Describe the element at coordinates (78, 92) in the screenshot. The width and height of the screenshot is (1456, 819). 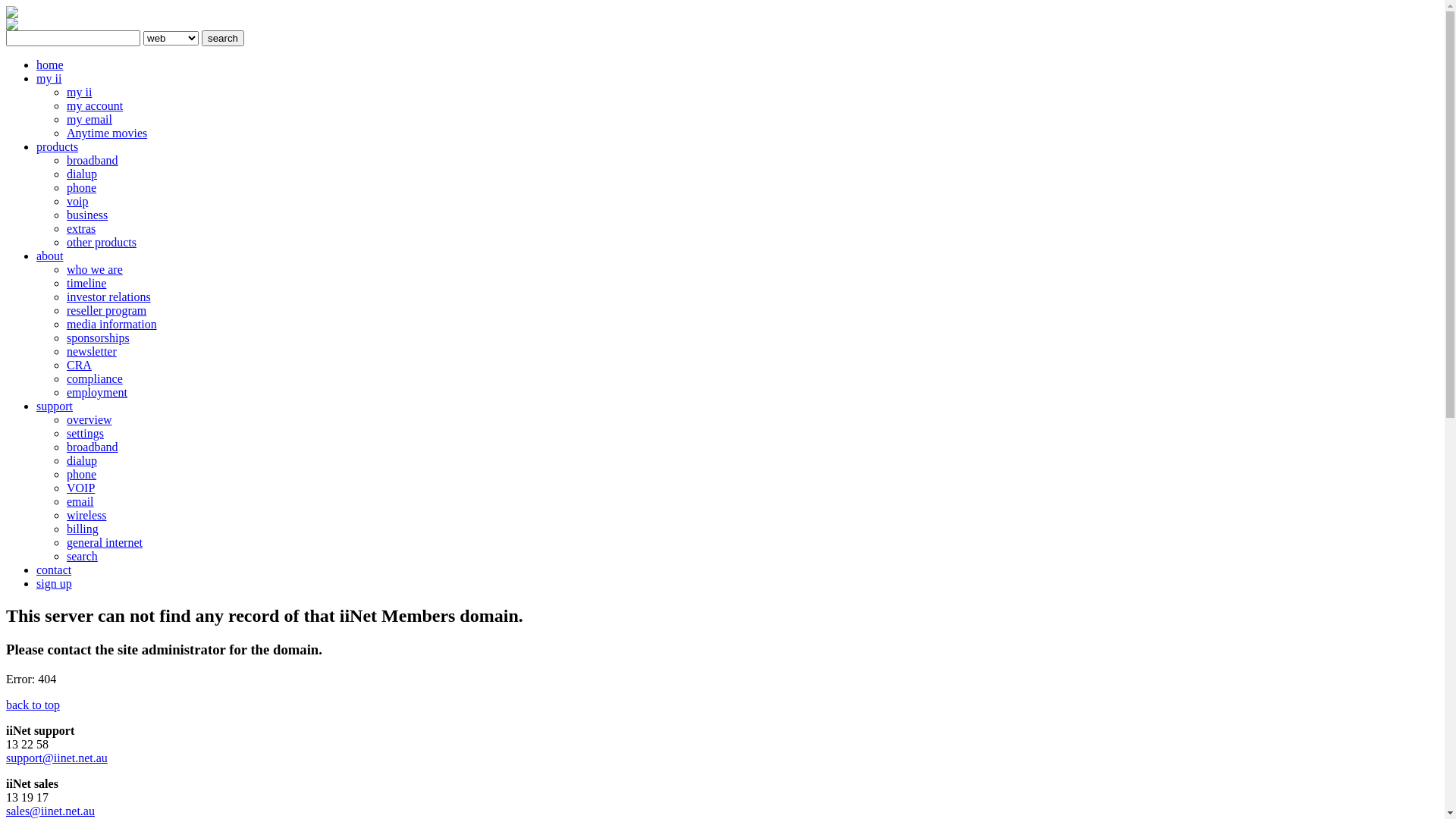
I see `'my ii'` at that location.